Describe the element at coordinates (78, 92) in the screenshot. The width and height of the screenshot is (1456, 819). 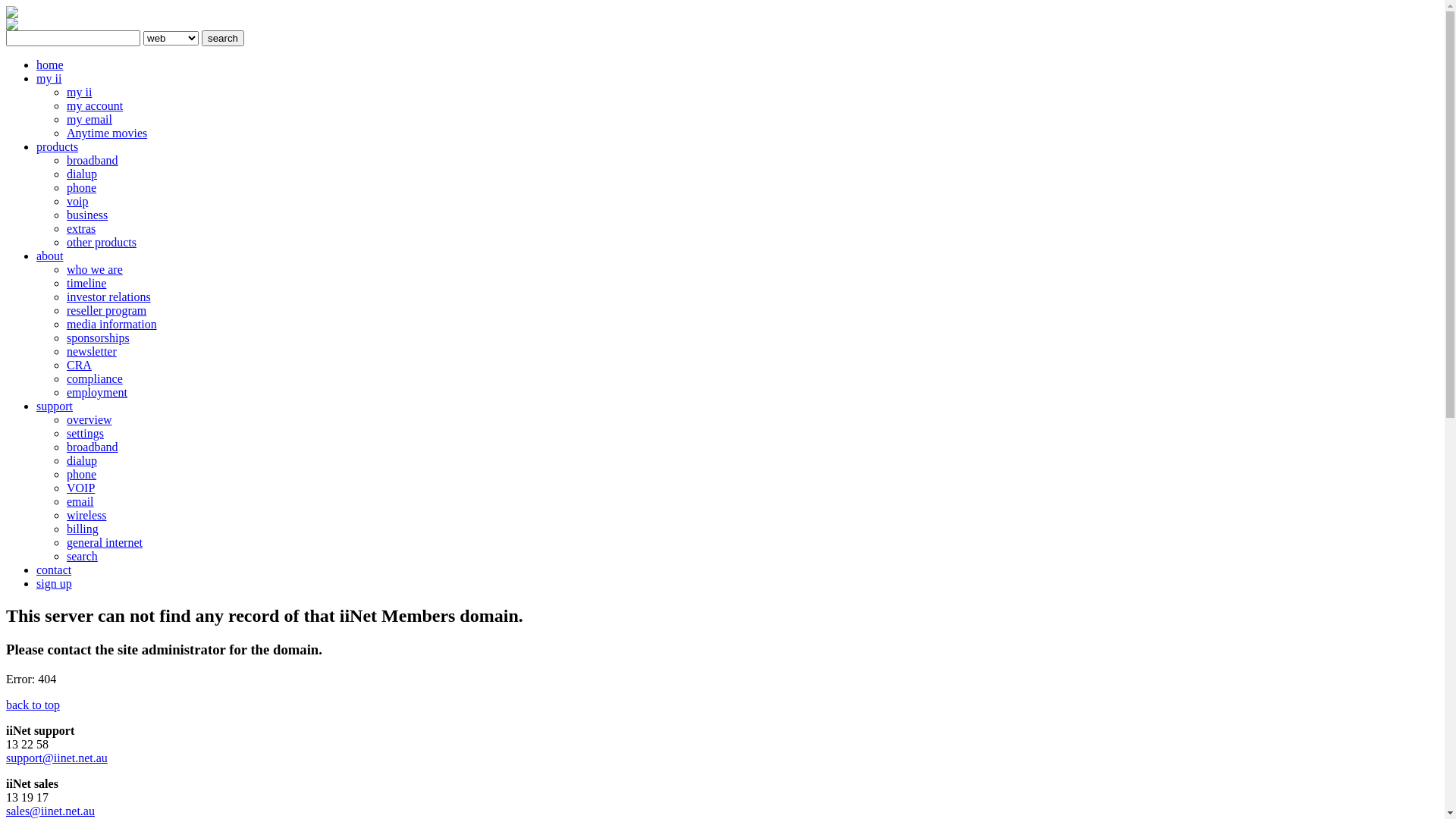
I see `'my ii'` at that location.